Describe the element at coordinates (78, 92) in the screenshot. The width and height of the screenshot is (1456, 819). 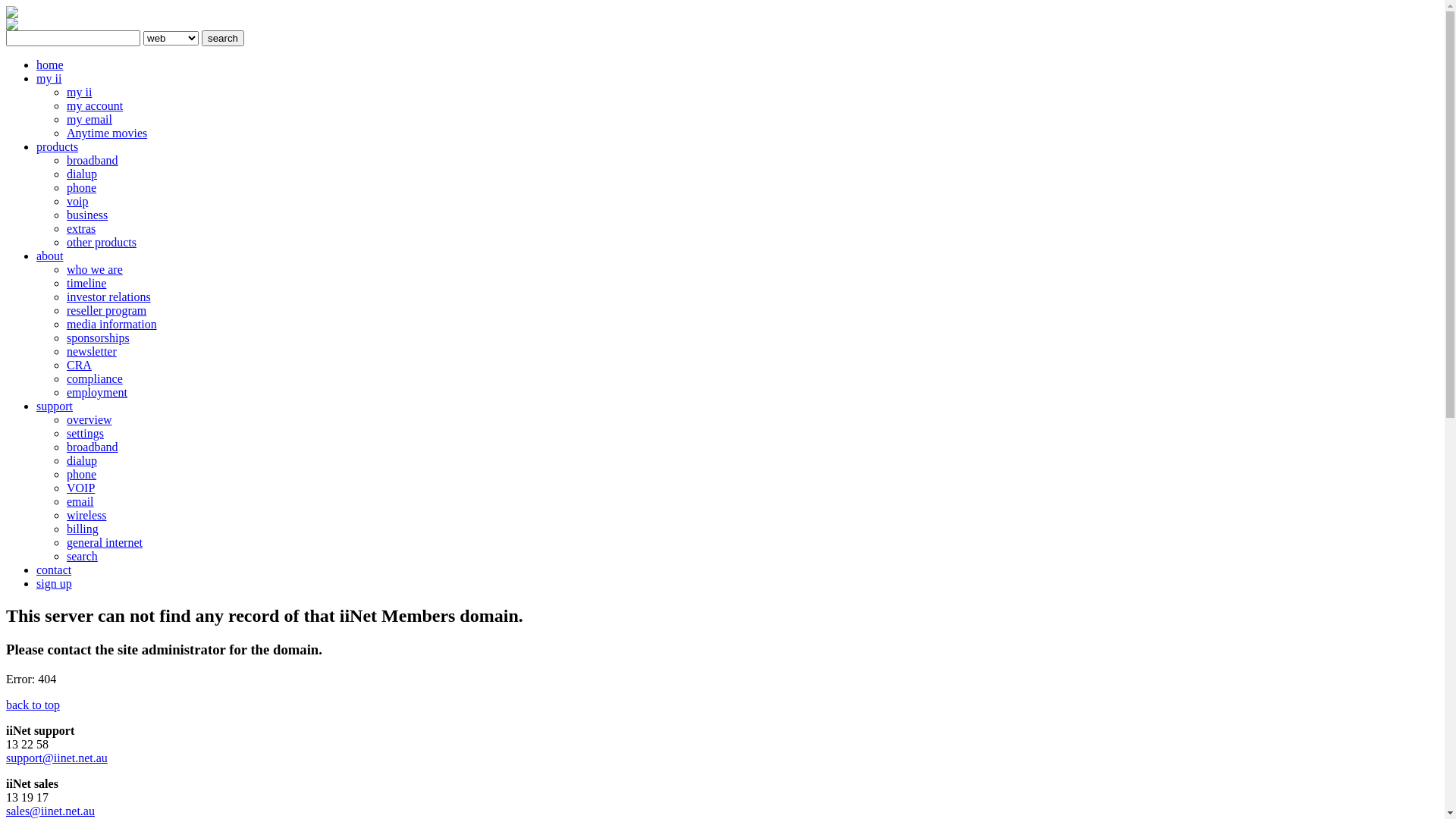
I see `'my ii'` at that location.